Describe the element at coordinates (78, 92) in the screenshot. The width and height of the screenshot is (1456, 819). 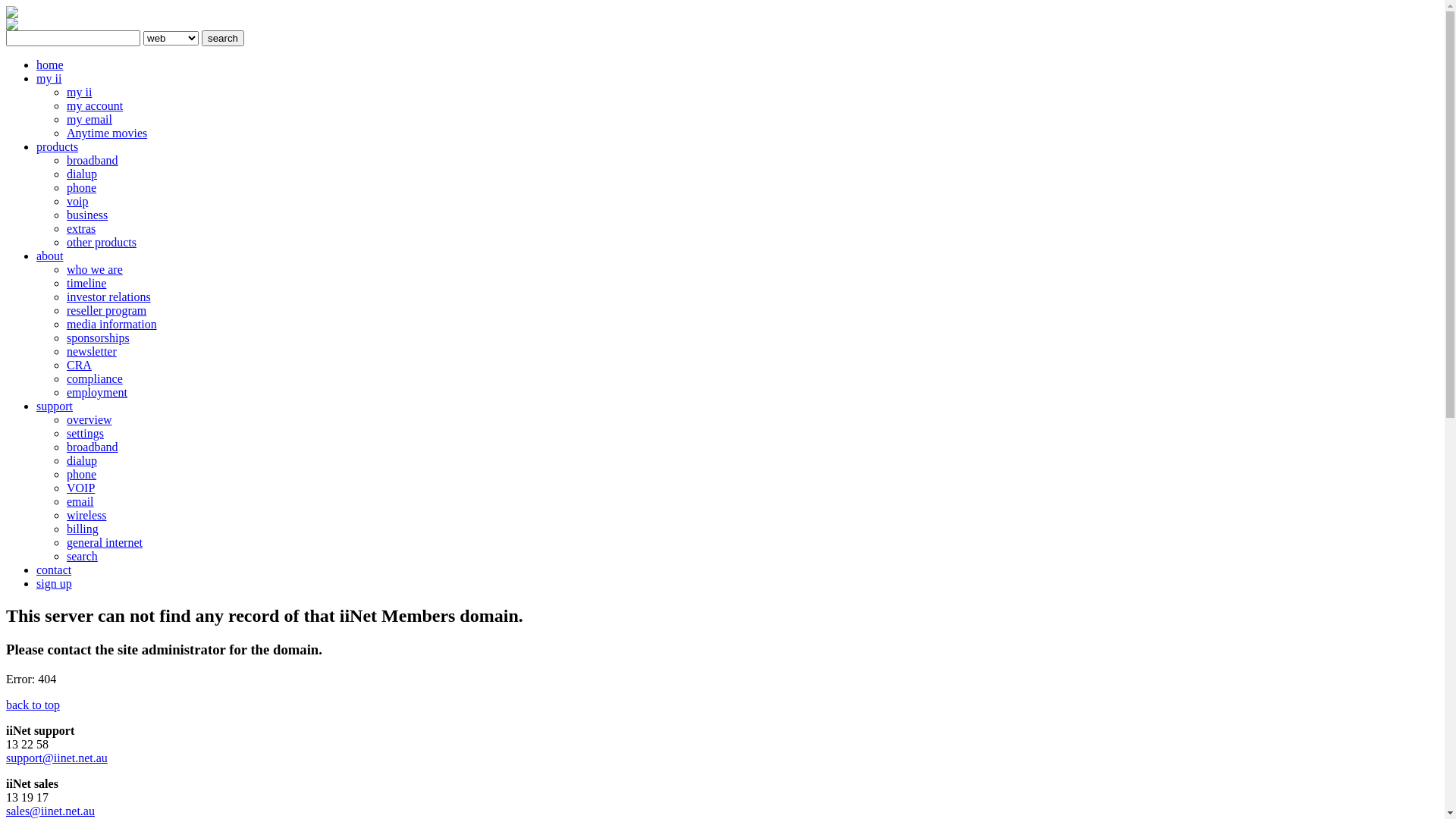
I see `'my ii'` at that location.